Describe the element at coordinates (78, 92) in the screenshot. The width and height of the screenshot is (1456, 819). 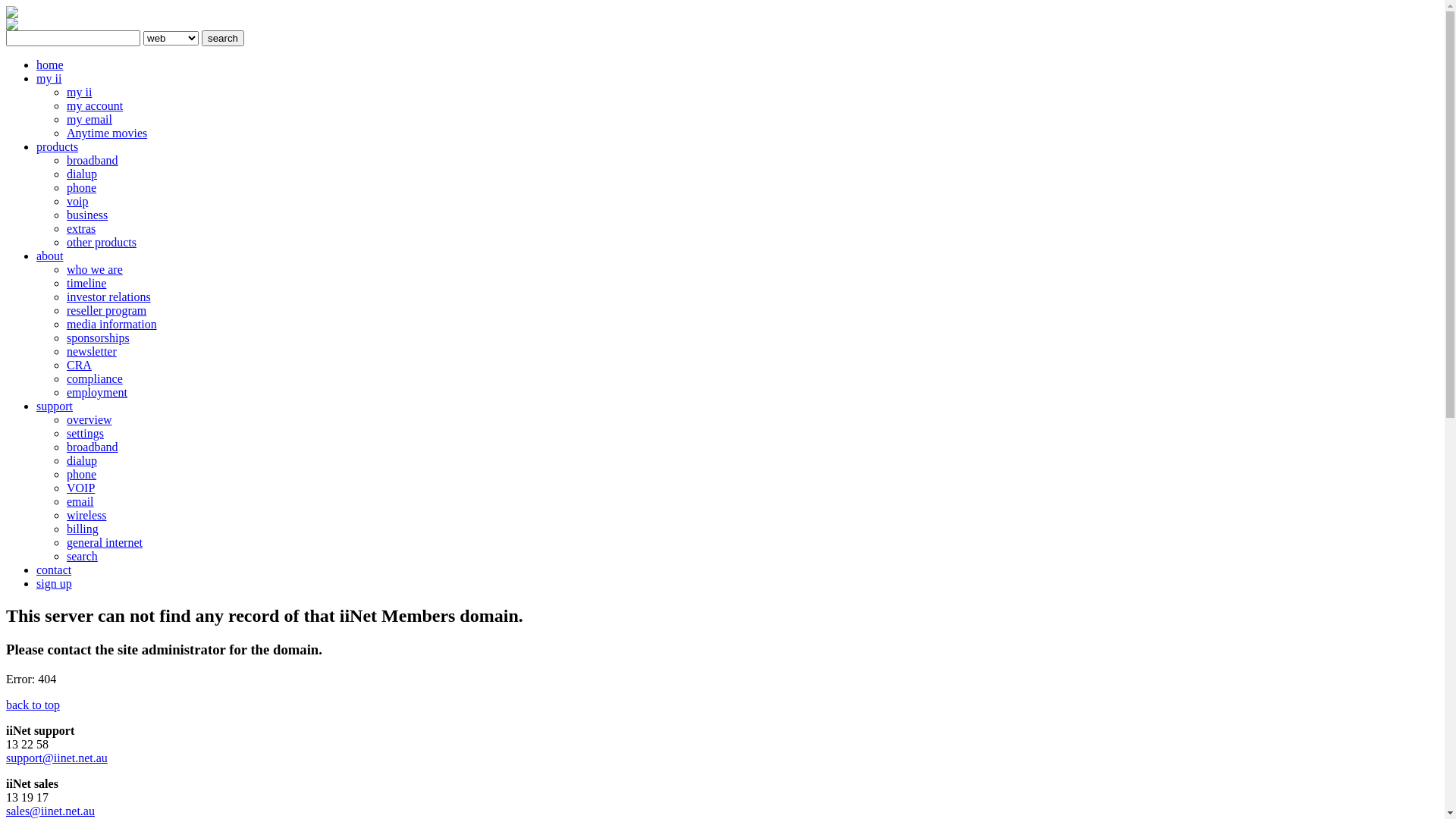
I see `'my ii'` at that location.